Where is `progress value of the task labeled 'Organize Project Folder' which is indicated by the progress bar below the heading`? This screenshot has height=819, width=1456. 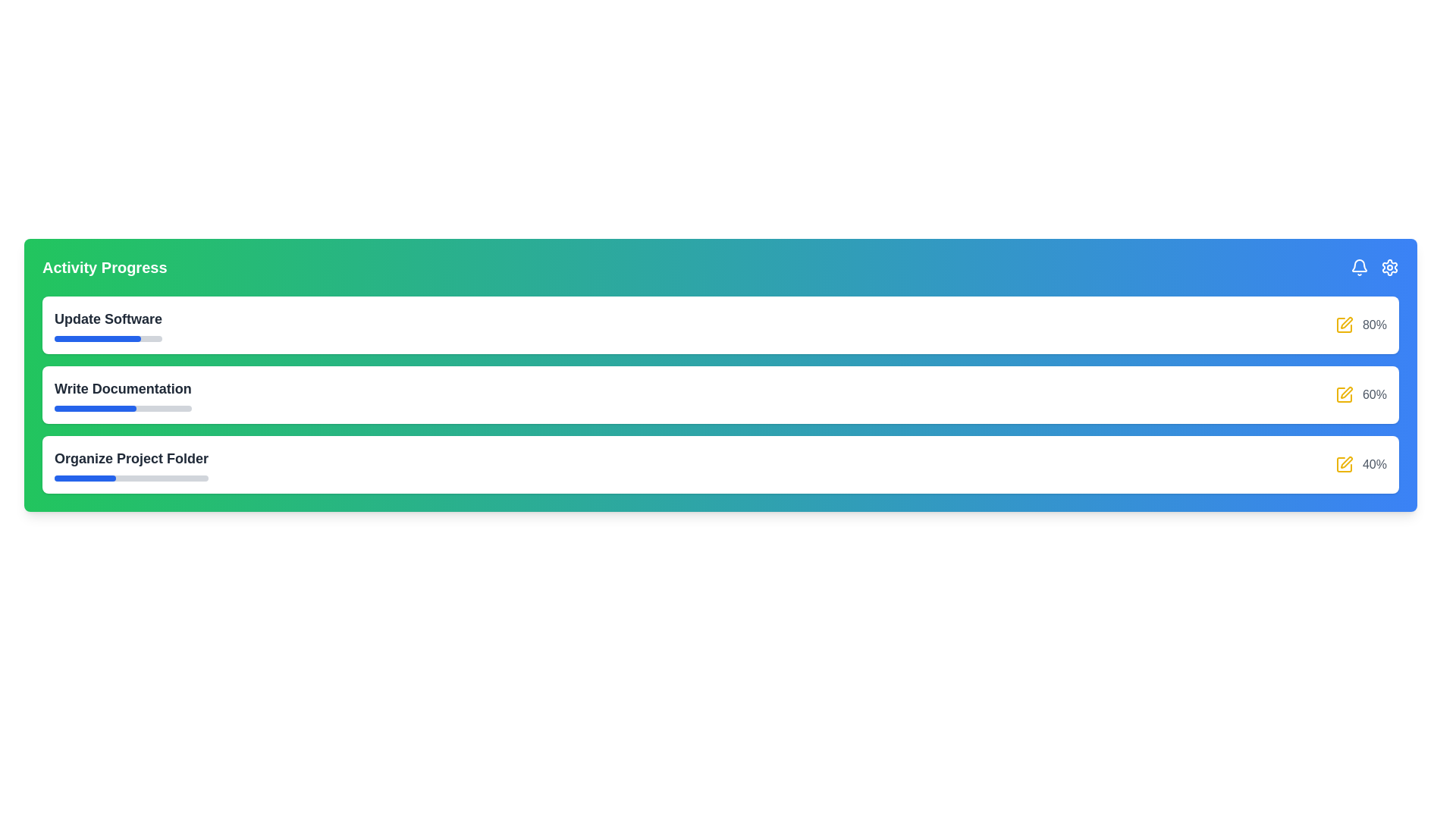 progress value of the task labeled 'Organize Project Folder' which is indicated by the progress bar below the heading is located at coordinates (131, 464).